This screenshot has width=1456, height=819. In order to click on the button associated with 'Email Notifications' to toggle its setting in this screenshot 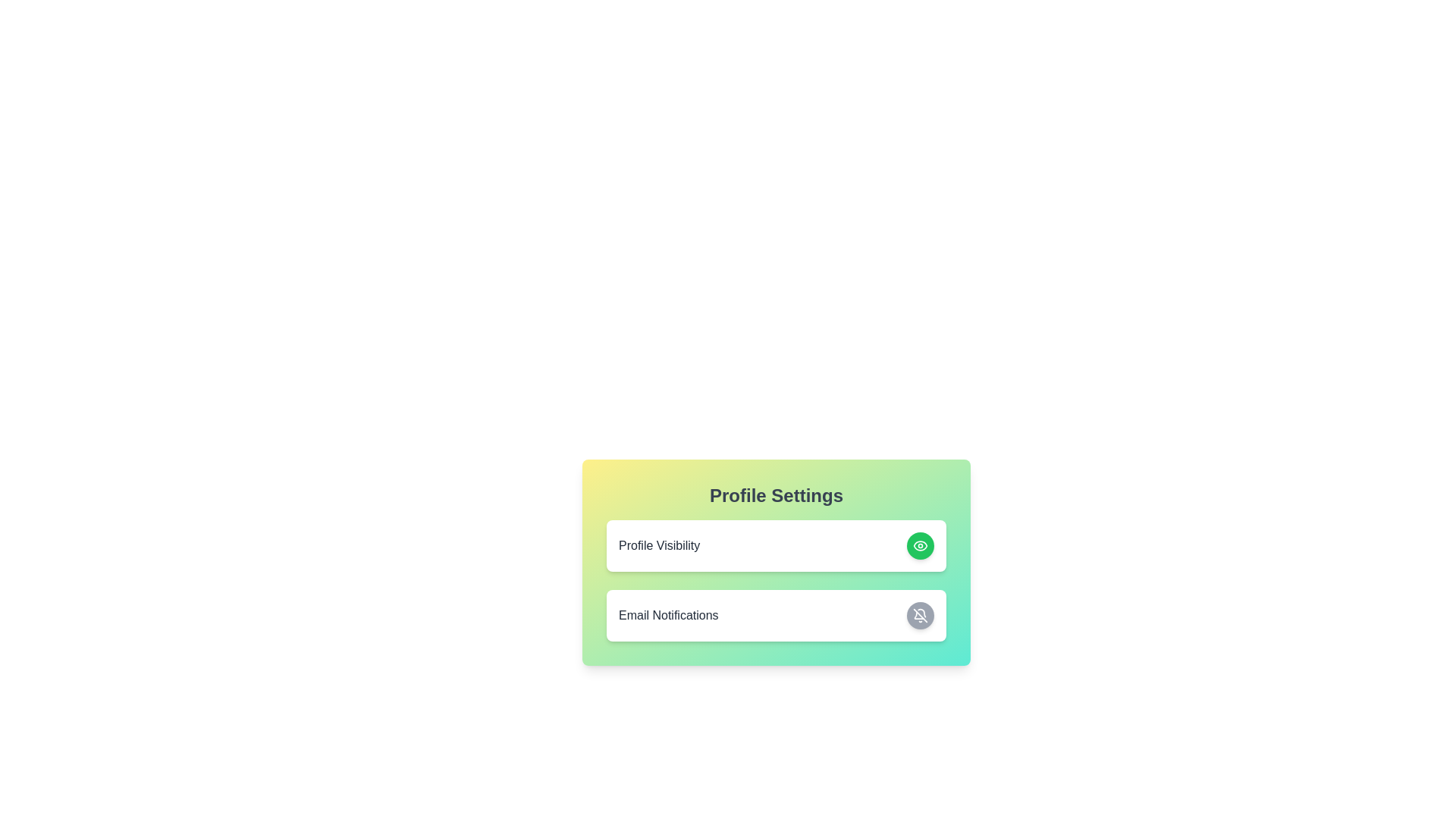, I will do `click(920, 616)`.